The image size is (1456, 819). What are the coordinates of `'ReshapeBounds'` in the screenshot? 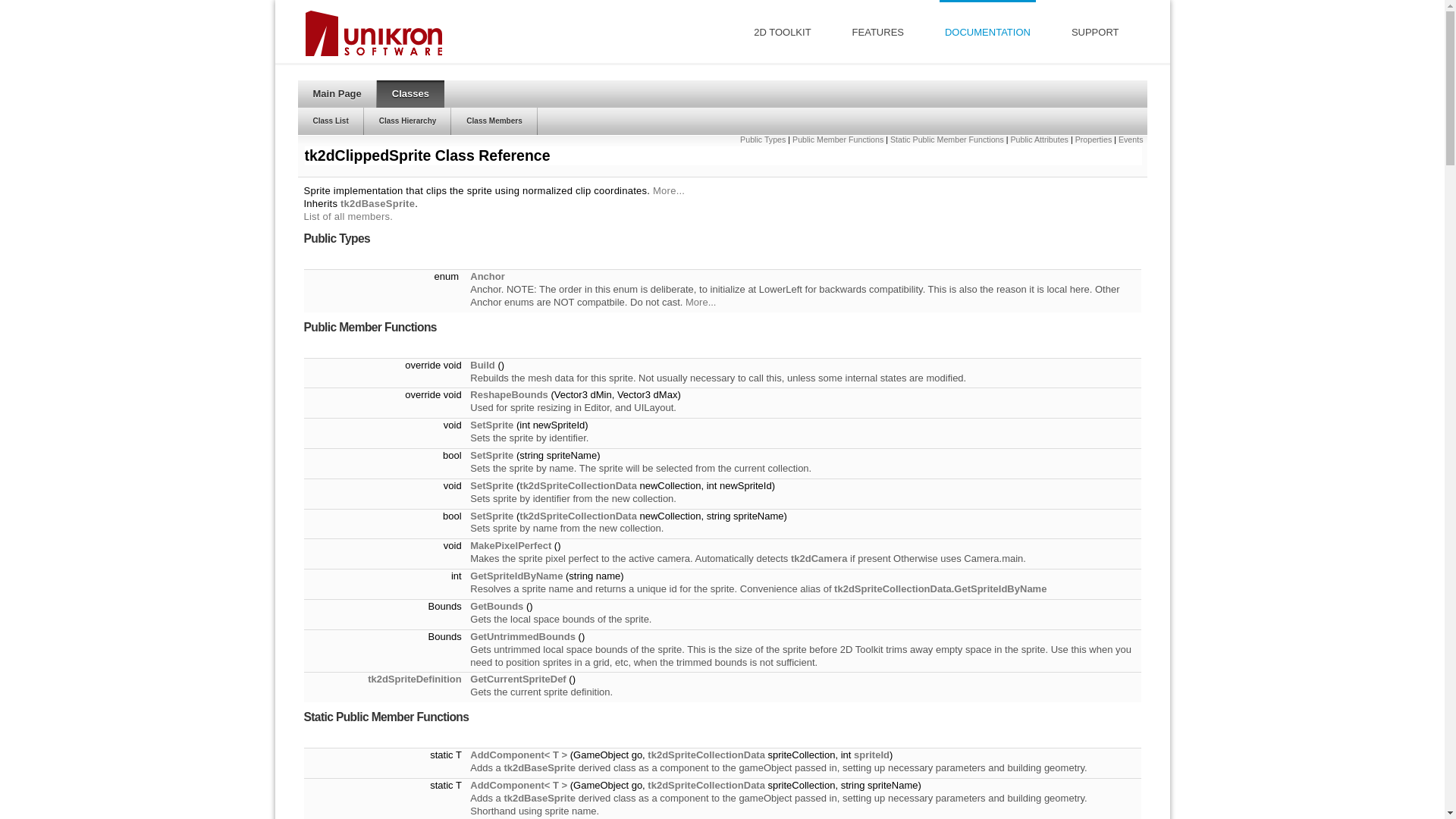 It's located at (509, 394).